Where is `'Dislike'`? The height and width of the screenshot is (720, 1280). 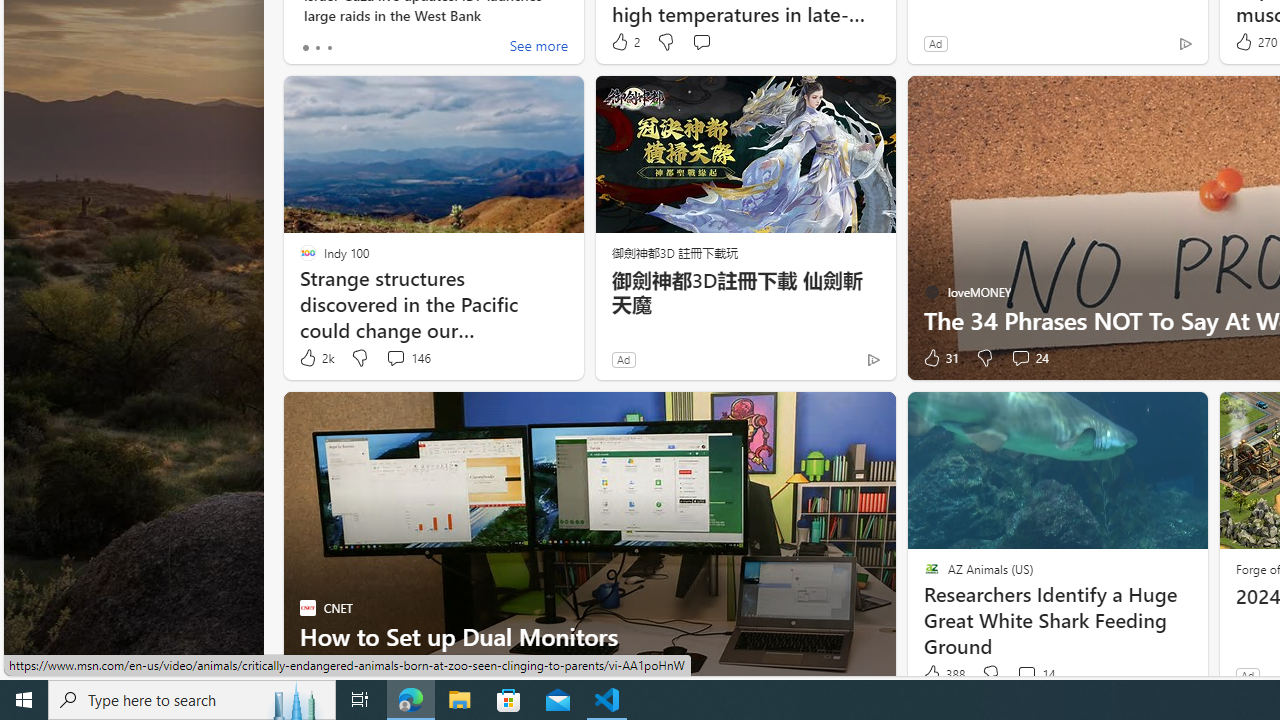
'Dislike' is located at coordinates (990, 674).